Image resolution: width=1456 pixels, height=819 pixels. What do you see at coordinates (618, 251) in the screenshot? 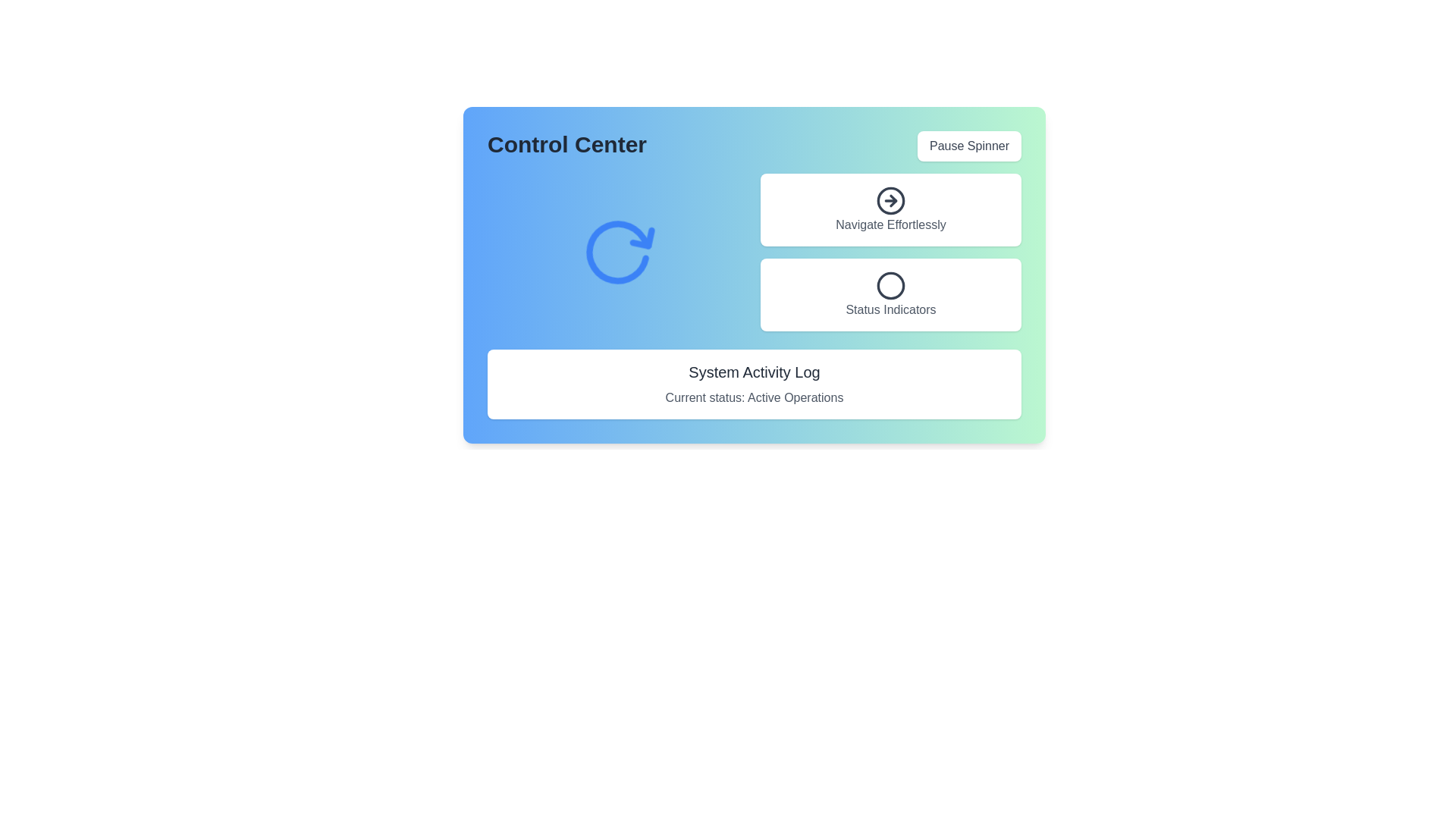
I see `the animation of the circular blue arrow icon located in the Control Center interface, positioned to the left of the 'Navigate Effortlessly' and 'Status Indicators' elements` at bounding box center [618, 251].